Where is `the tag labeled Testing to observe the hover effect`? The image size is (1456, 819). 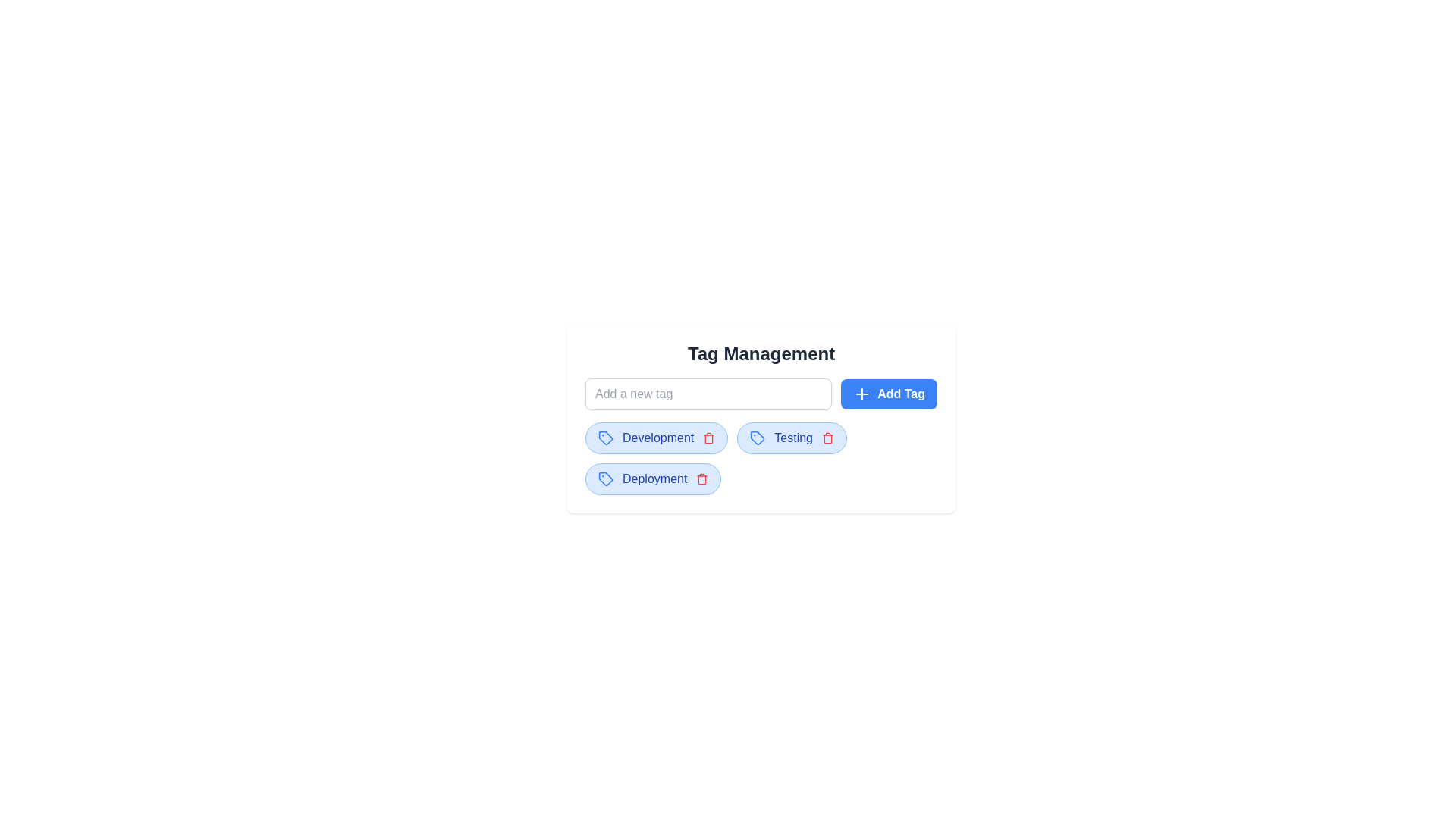 the tag labeled Testing to observe the hover effect is located at coordinates (790, 438).